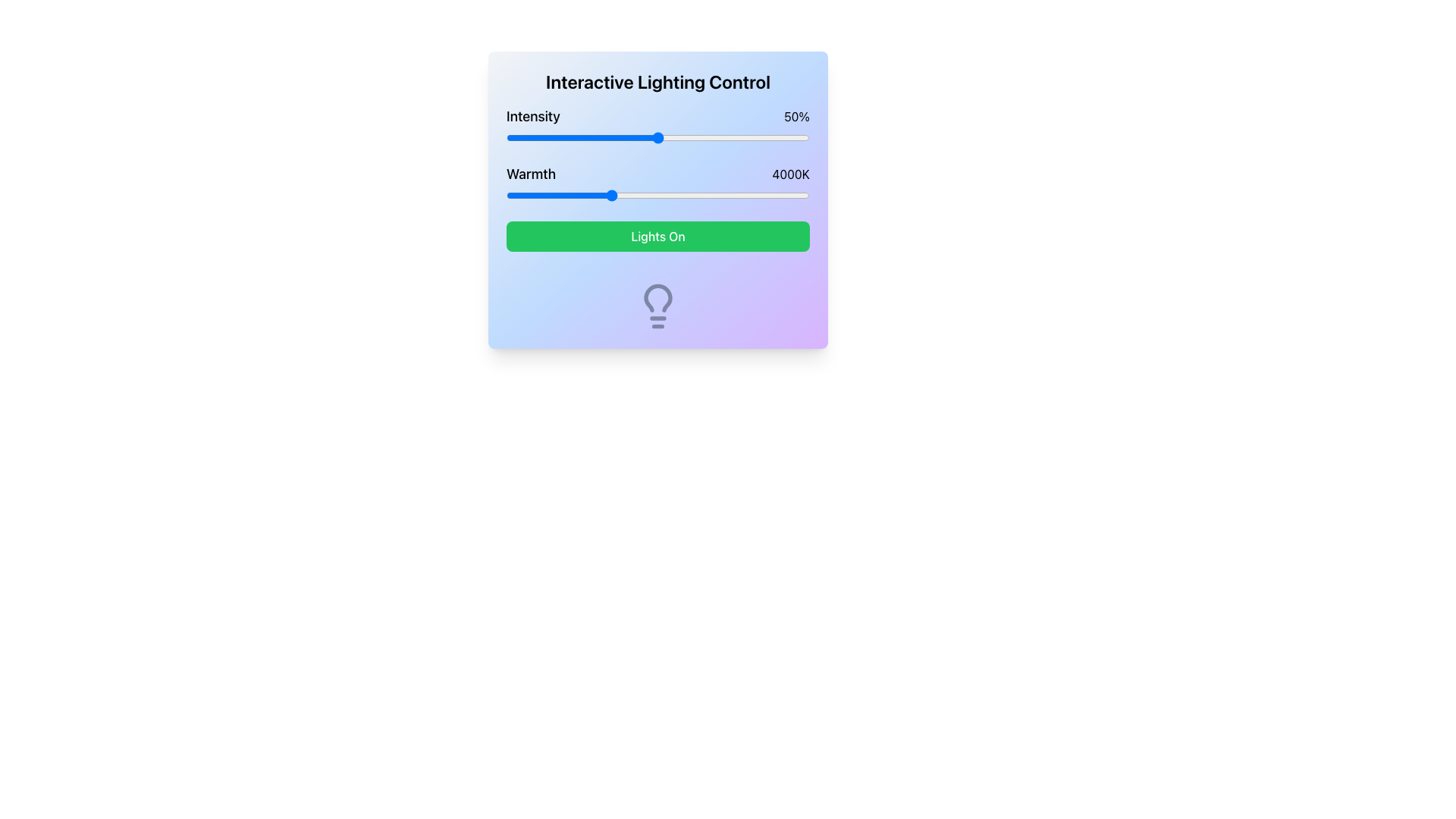 The width and height of the screenshot is (1456, 819). What do you see at coordinates (607, 195) in the screenshot?
I see `warmth` at bounding box center [607, 195].